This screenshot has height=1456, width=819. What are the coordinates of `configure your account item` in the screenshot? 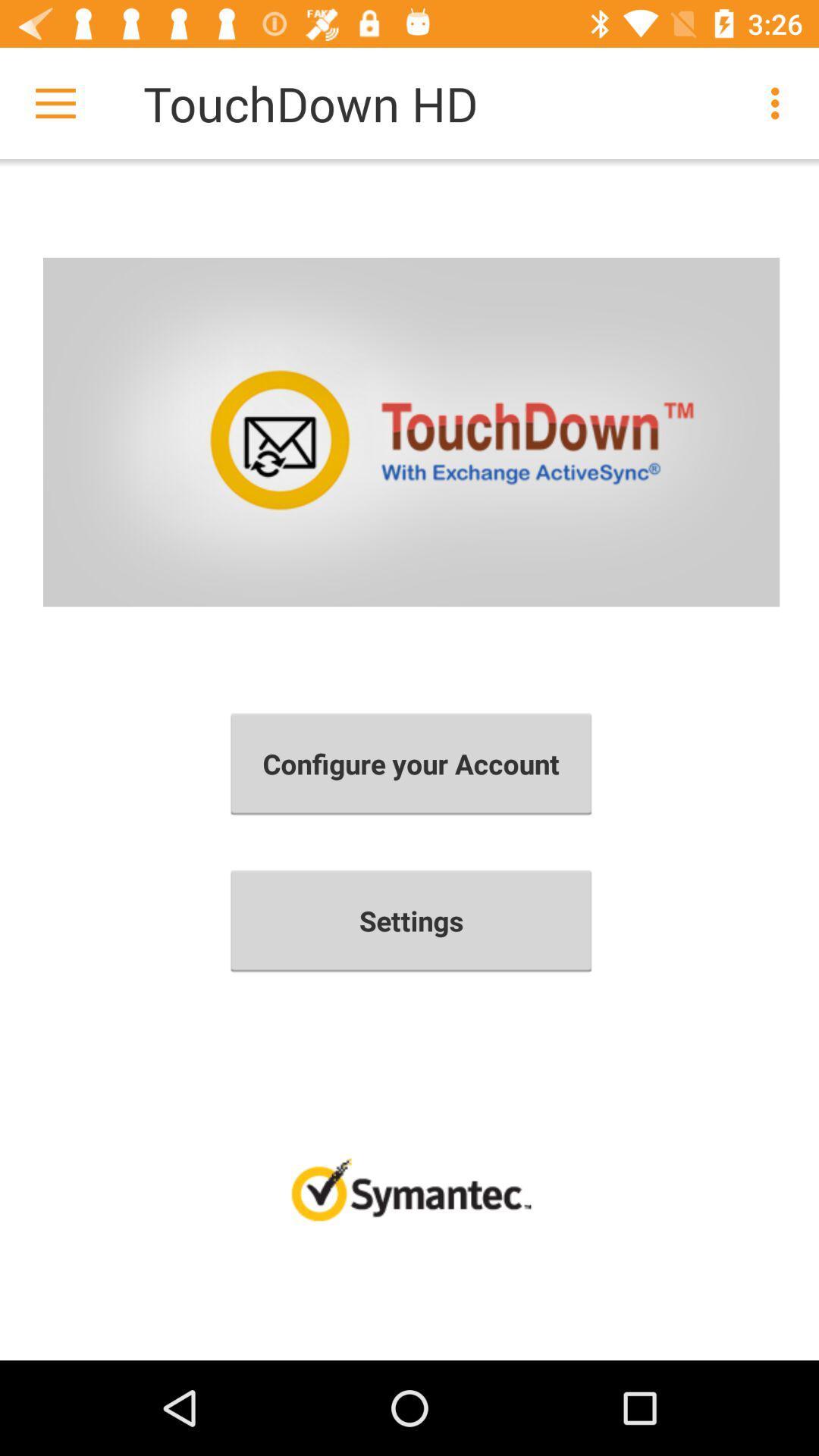 It's located at (411, 764).